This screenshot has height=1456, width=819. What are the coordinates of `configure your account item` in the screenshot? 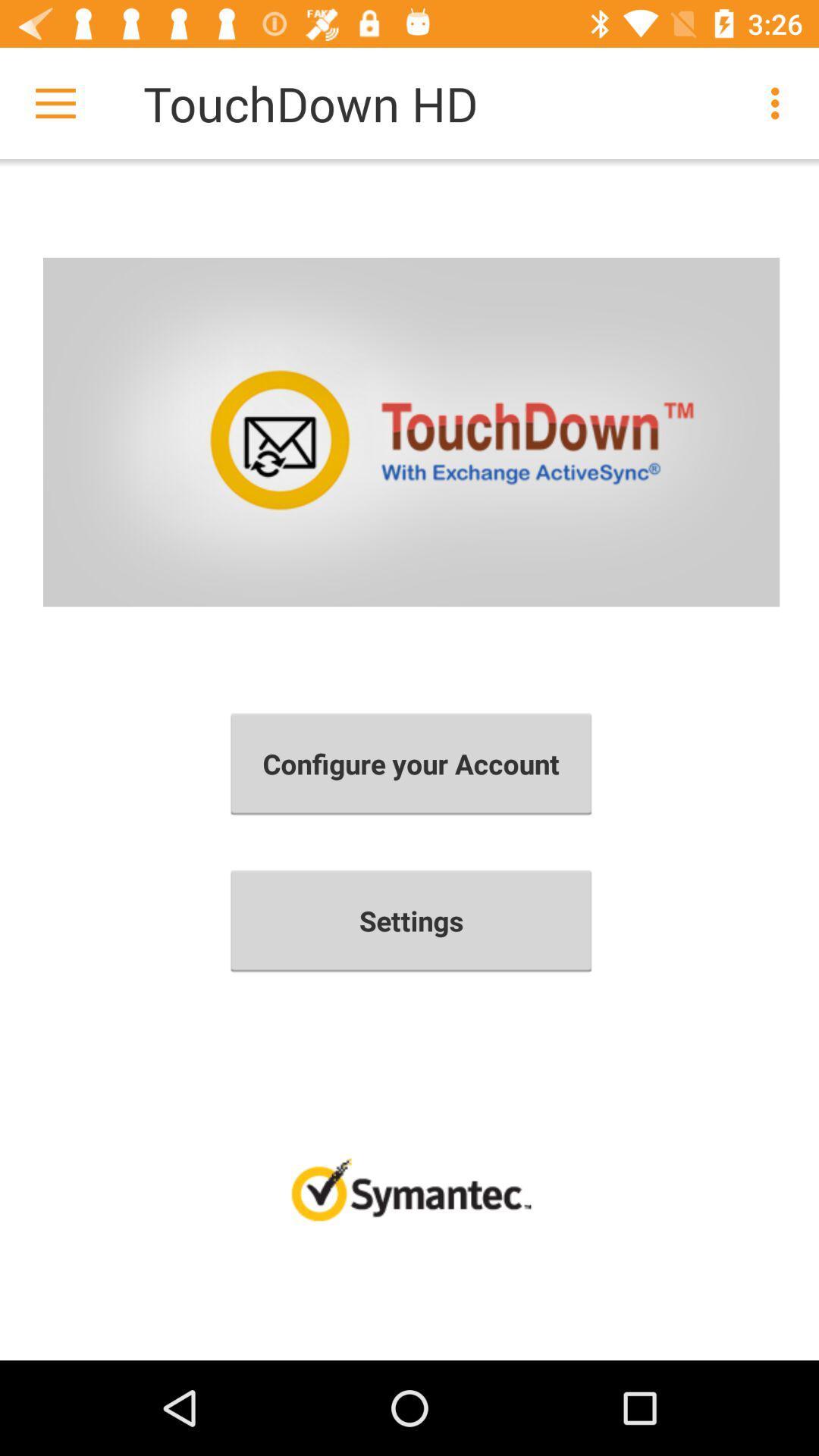 It's located at (411, 764).